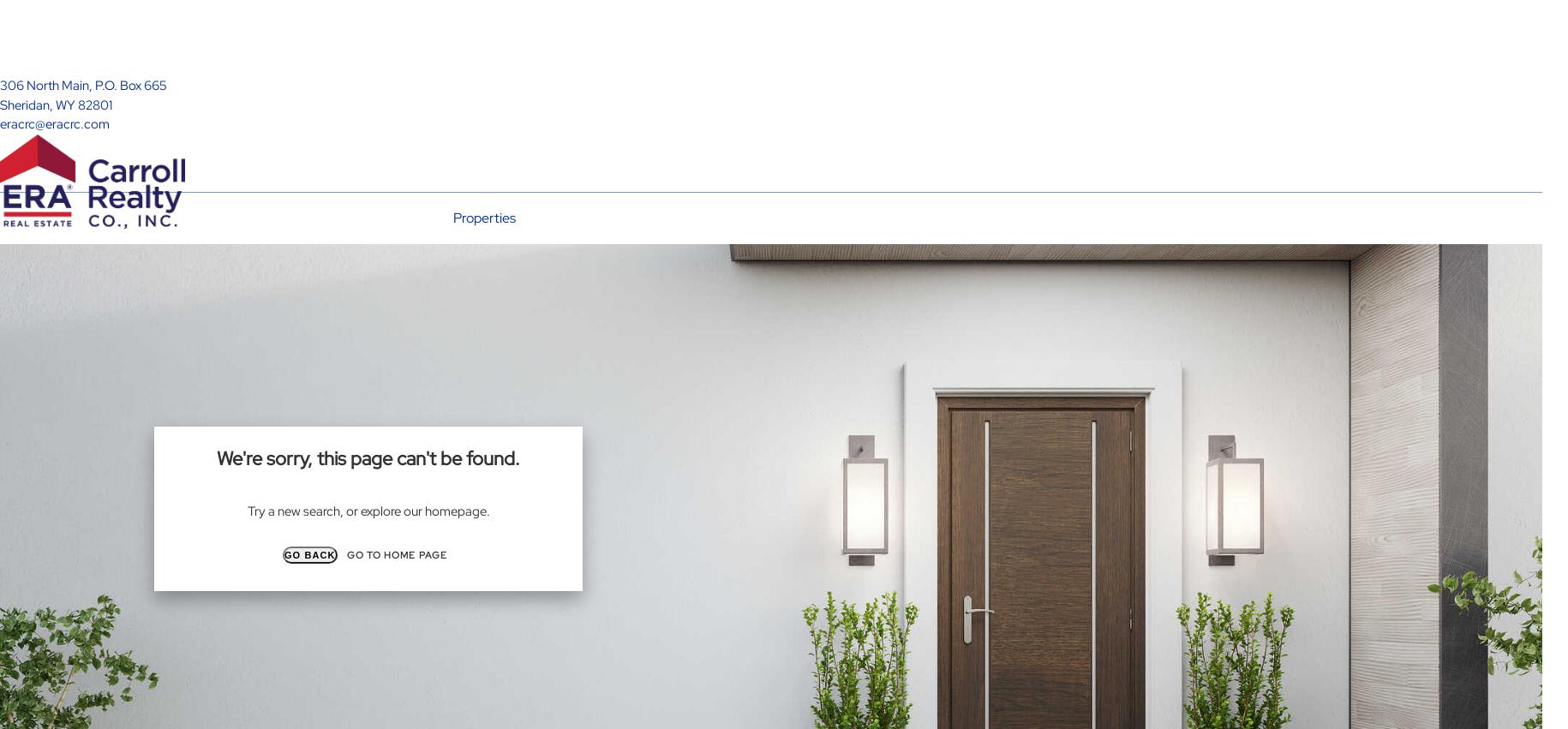 This screenshot has width=1568, height=729. What do you see at coordinates (383, 337) in the screenshot?
I see `'Home'` at bounding box center [383, 337].